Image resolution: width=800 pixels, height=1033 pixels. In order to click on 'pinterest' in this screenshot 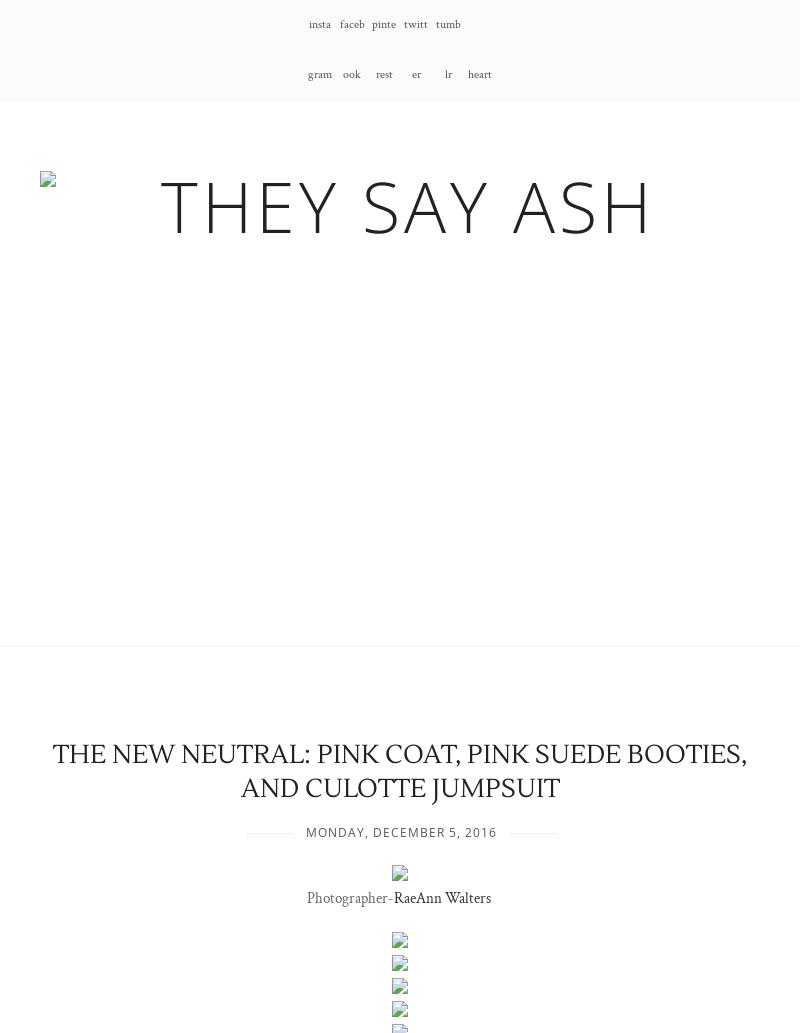, I will do `click(383, 49)`.